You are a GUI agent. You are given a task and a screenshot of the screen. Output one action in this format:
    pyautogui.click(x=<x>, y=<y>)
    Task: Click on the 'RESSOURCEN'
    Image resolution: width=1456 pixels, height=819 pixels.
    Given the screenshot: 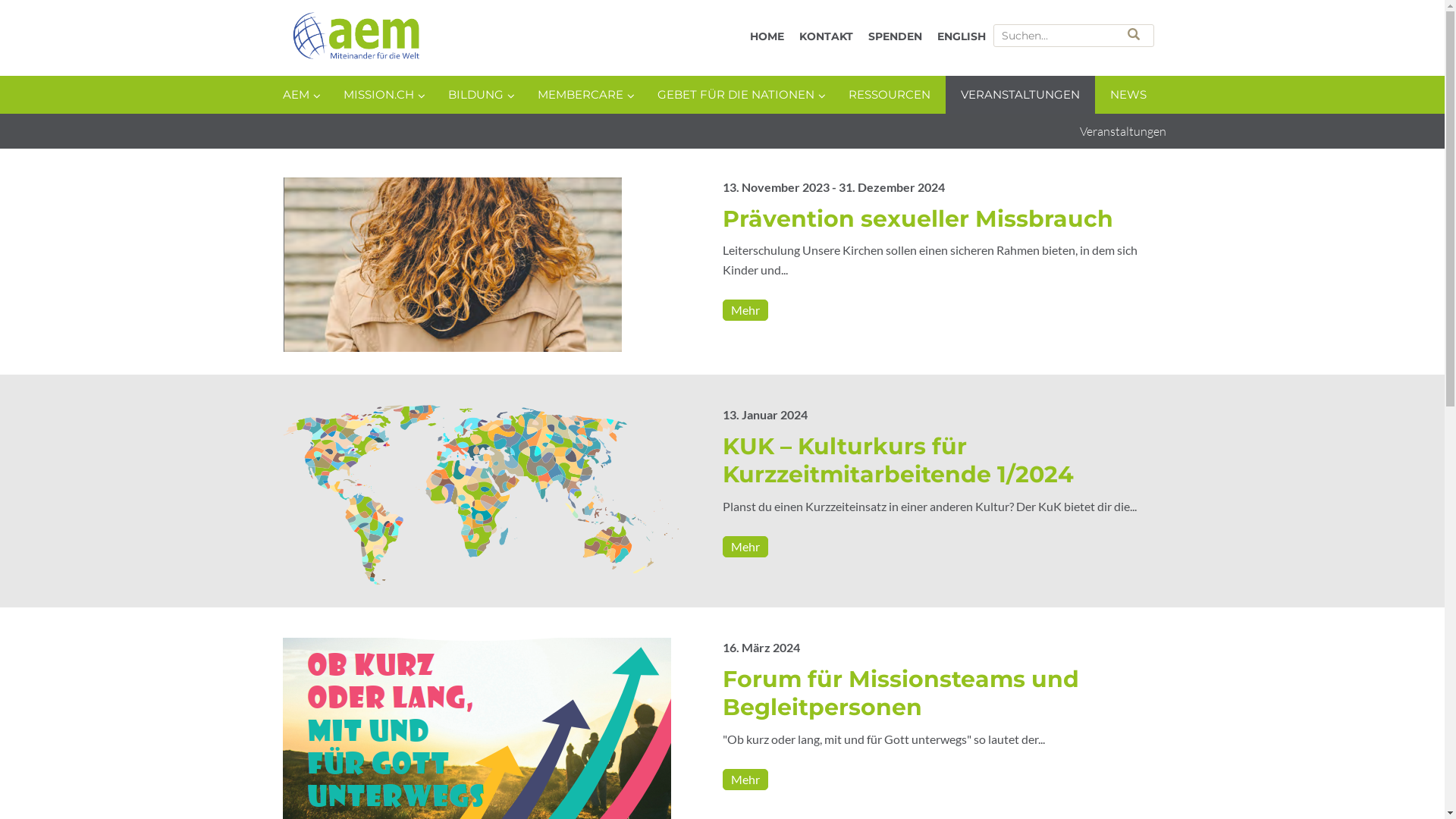 What is the action you would take?
    pyautogui.click(x=888, y=94)
    